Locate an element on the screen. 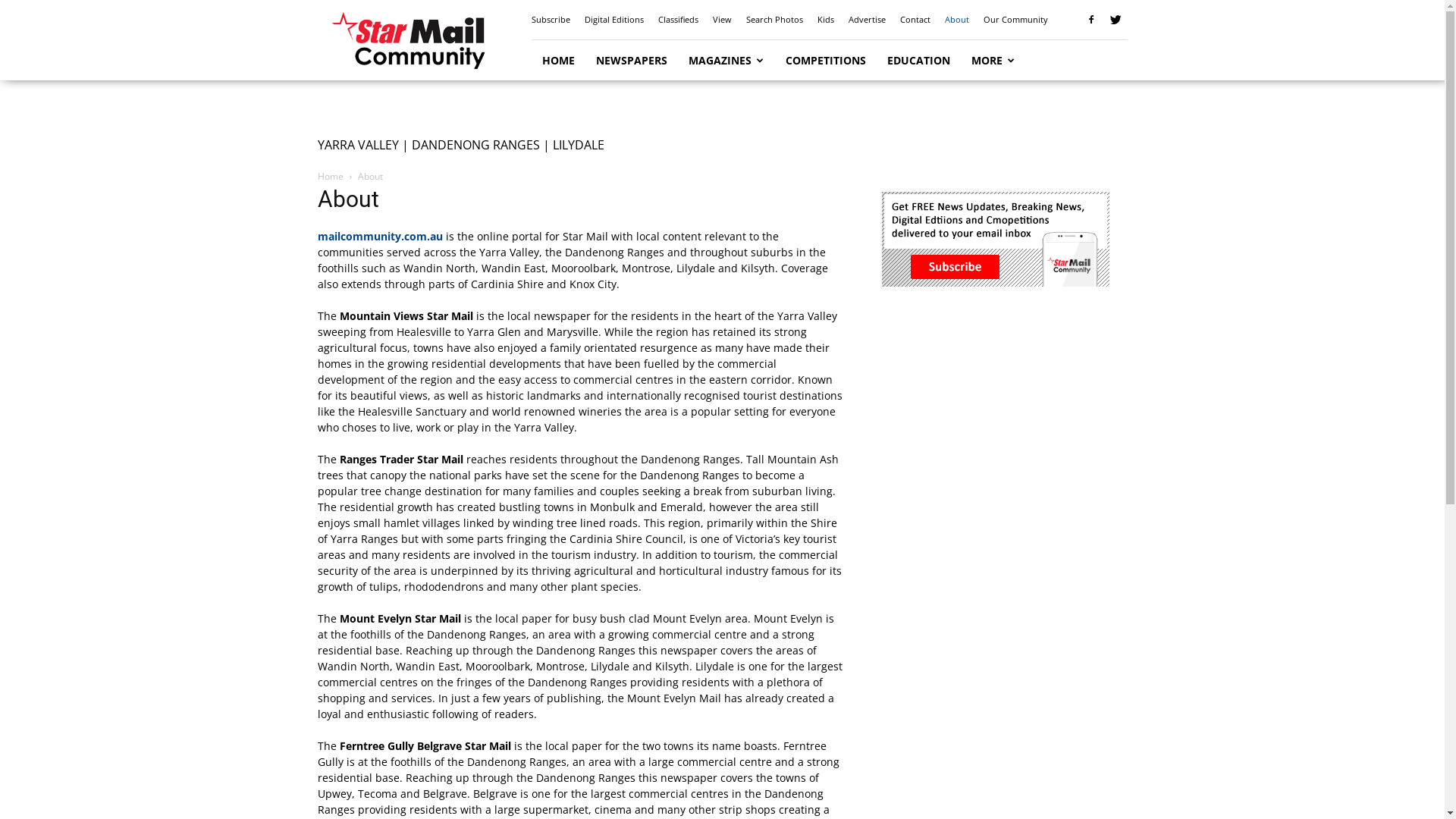 The width and height of the screenshot is (1456, 819). 'Advertise' is located at coordinates (866, 19).